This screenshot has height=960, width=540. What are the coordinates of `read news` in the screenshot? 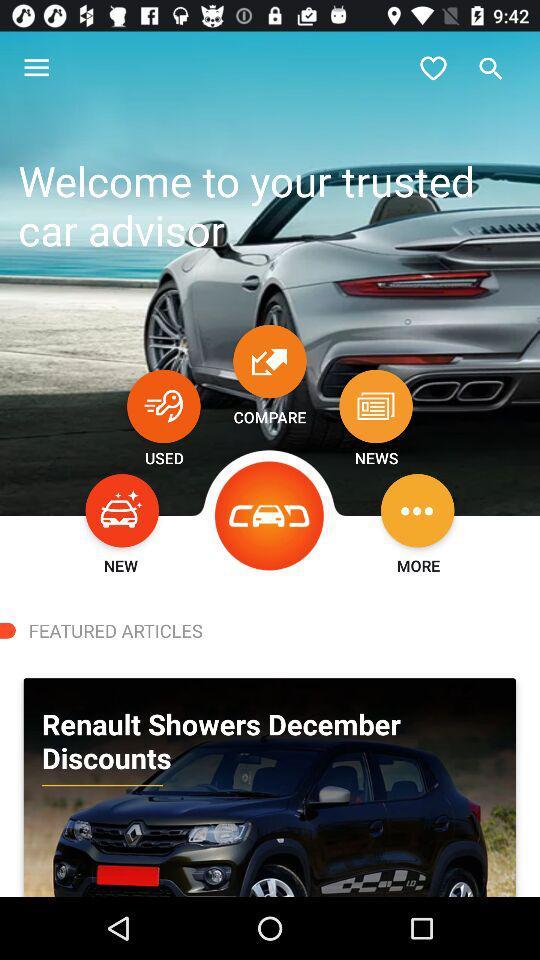 It's located at (376, 405).